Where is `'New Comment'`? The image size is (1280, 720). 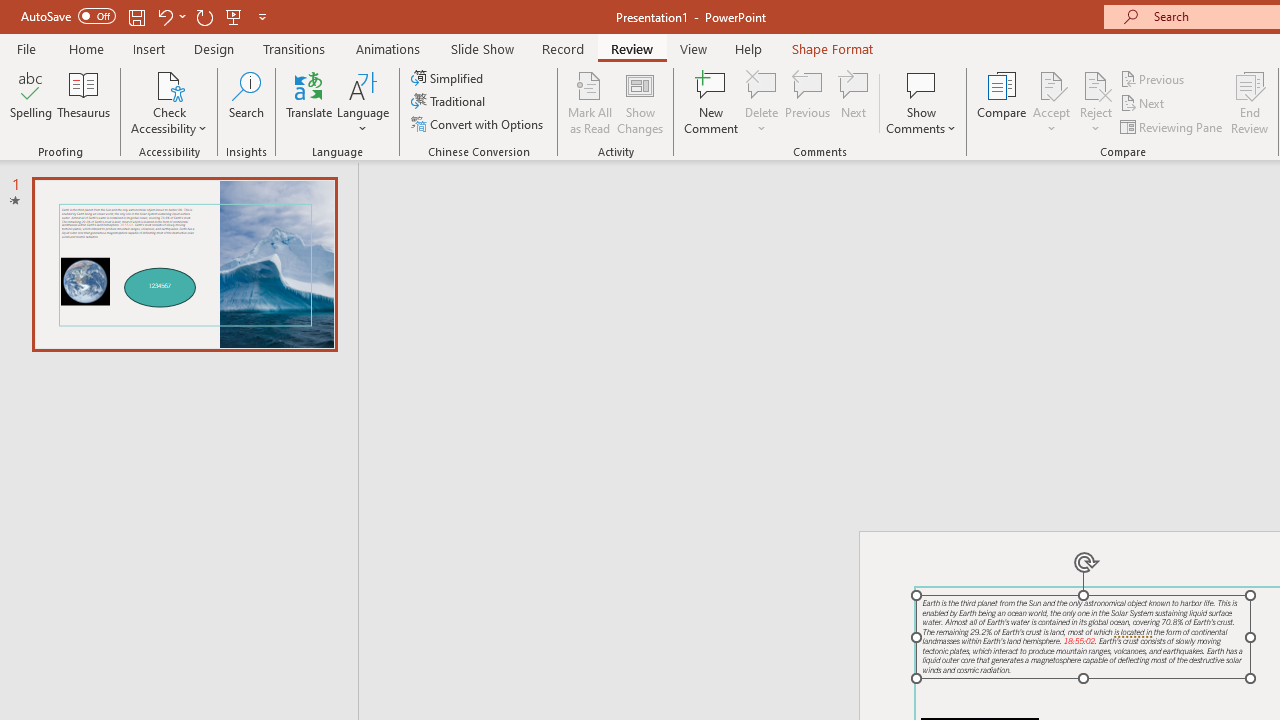
'New Comment' is located at coordinates (711, 103).